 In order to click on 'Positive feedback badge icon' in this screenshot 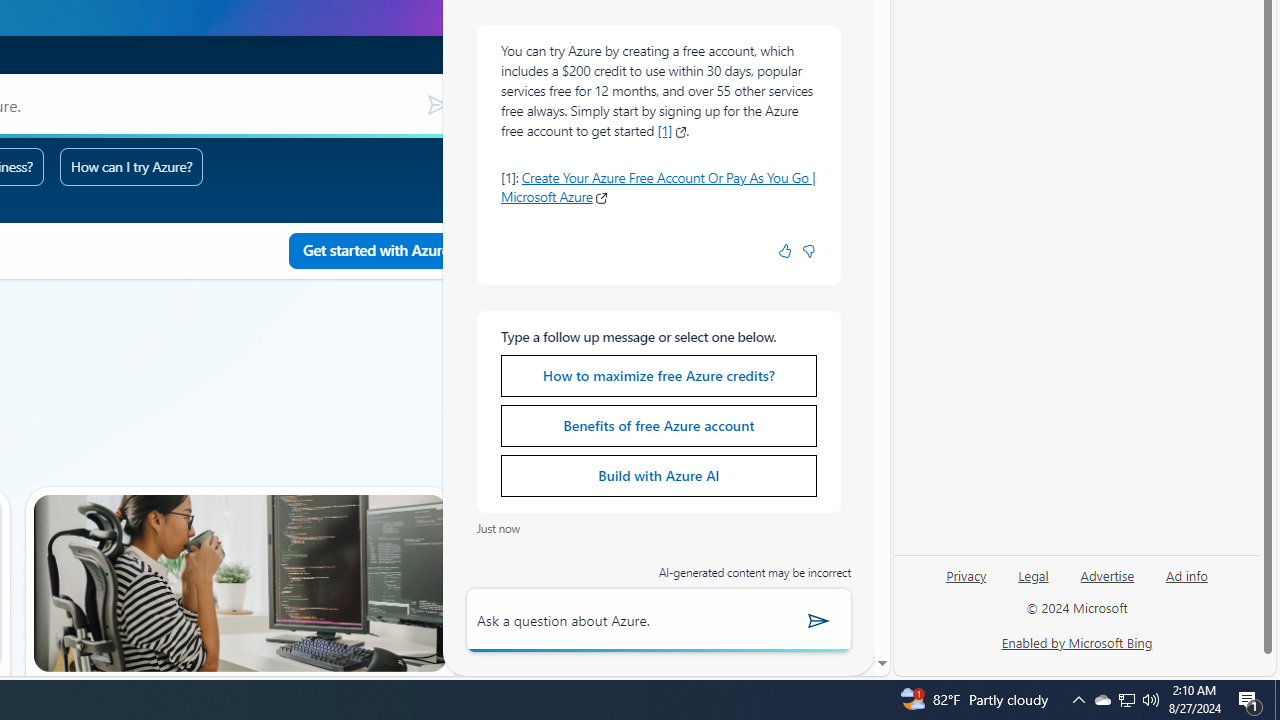, I will do `click(784, 250)`.